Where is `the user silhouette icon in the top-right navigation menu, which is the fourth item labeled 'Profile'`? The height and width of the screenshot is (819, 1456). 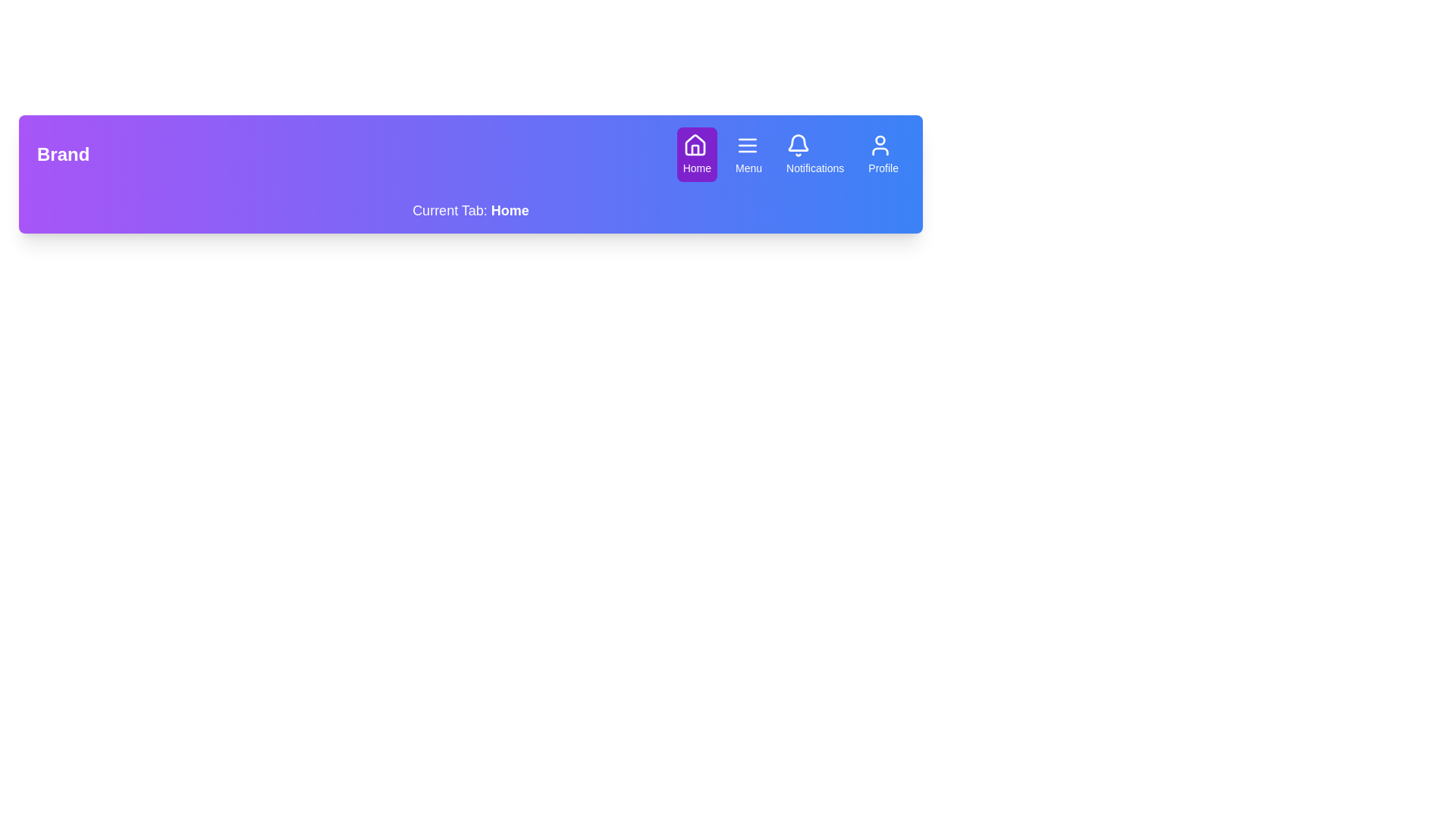
the user silhouette icon in the top-right navigation menu, which is the fourth item labeled 'Profile' is located at coordinates (880, 146).